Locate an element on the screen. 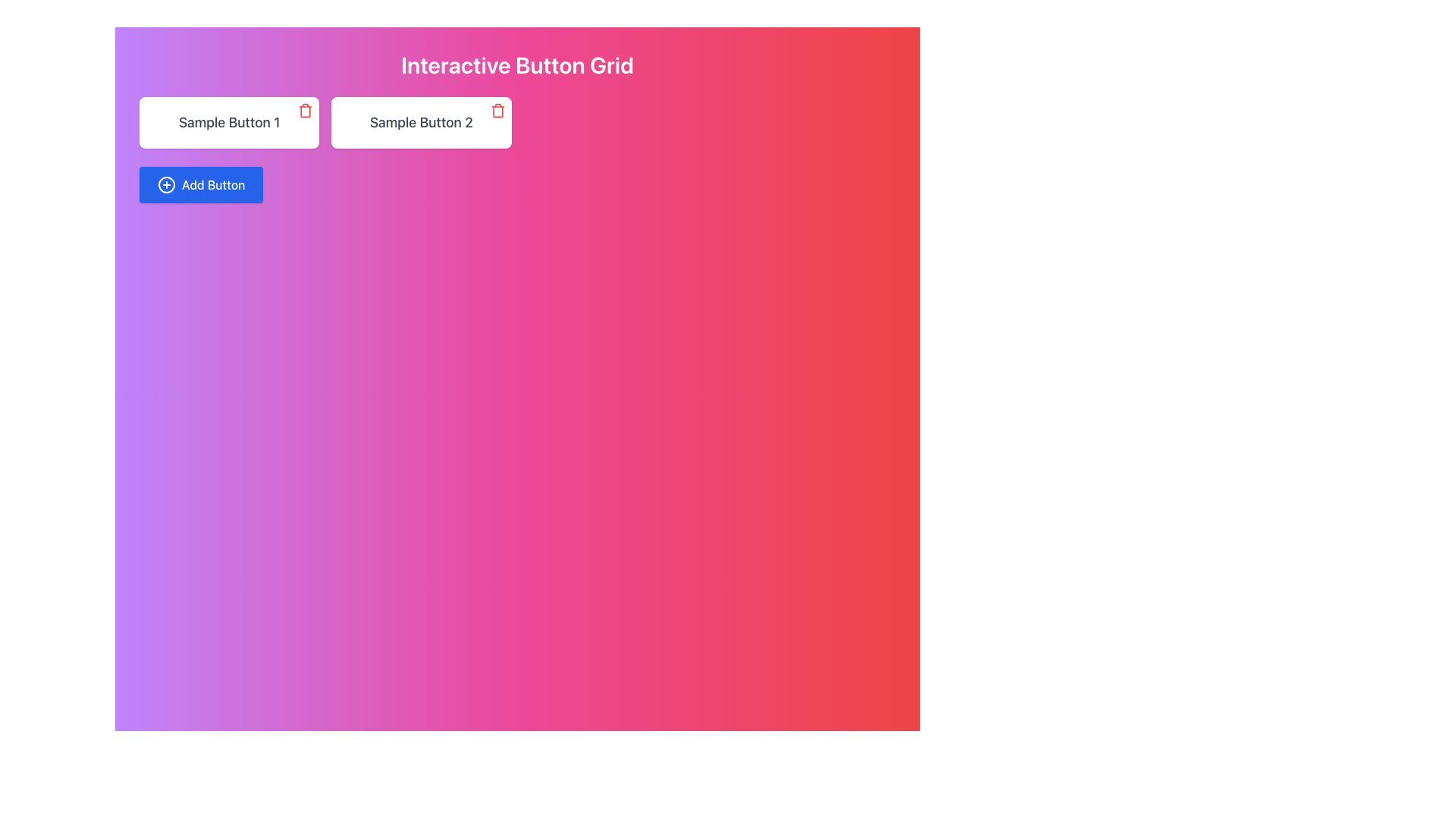 The width and height of the screenshot is (1456, 819). on the circular SVG icon adjacent is located at coordinates (167, 184).